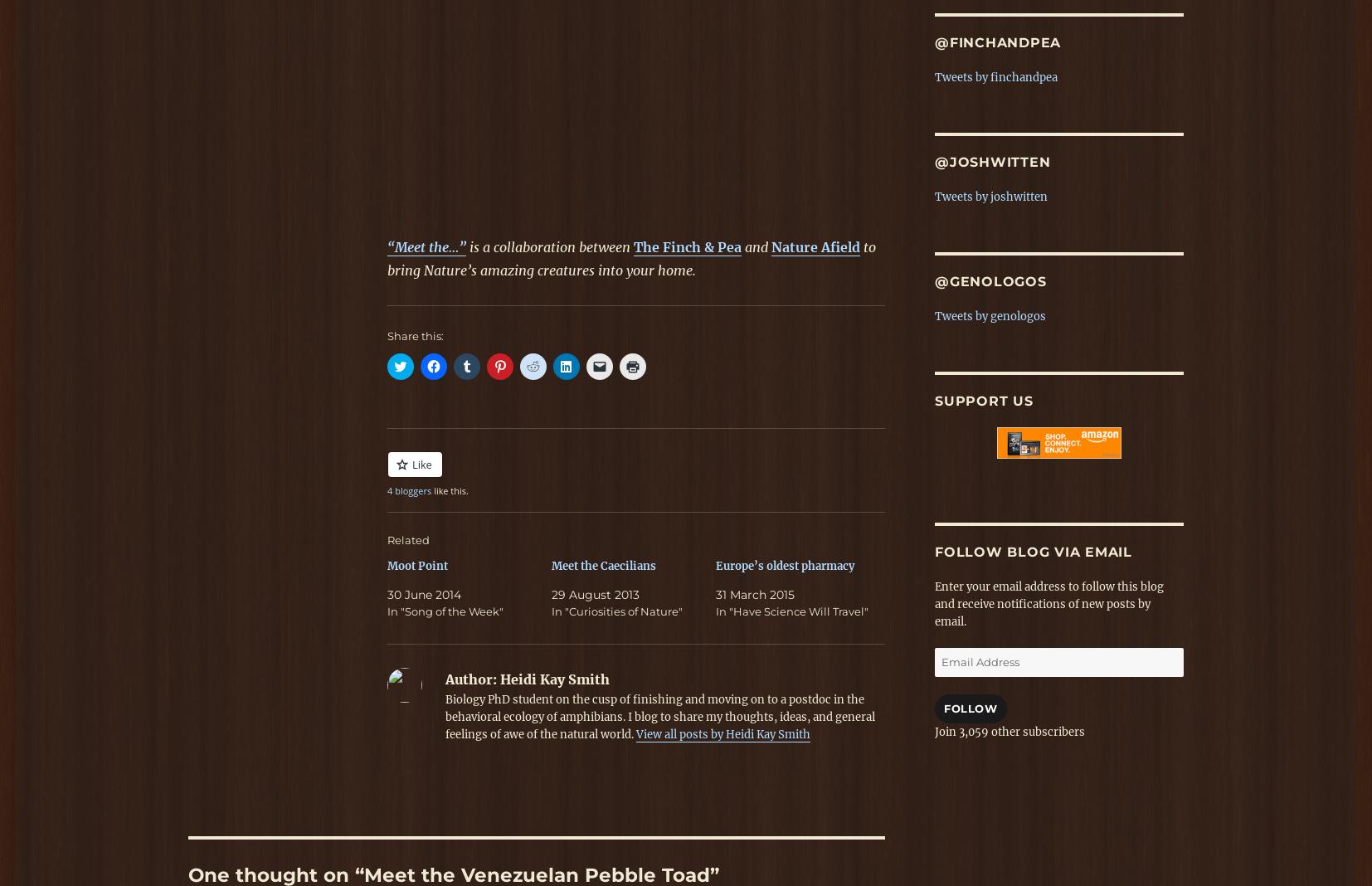  What do you see at coordinates (757, 246) in the screenshot?
I see `'and'` at bounding box center [757, 246].